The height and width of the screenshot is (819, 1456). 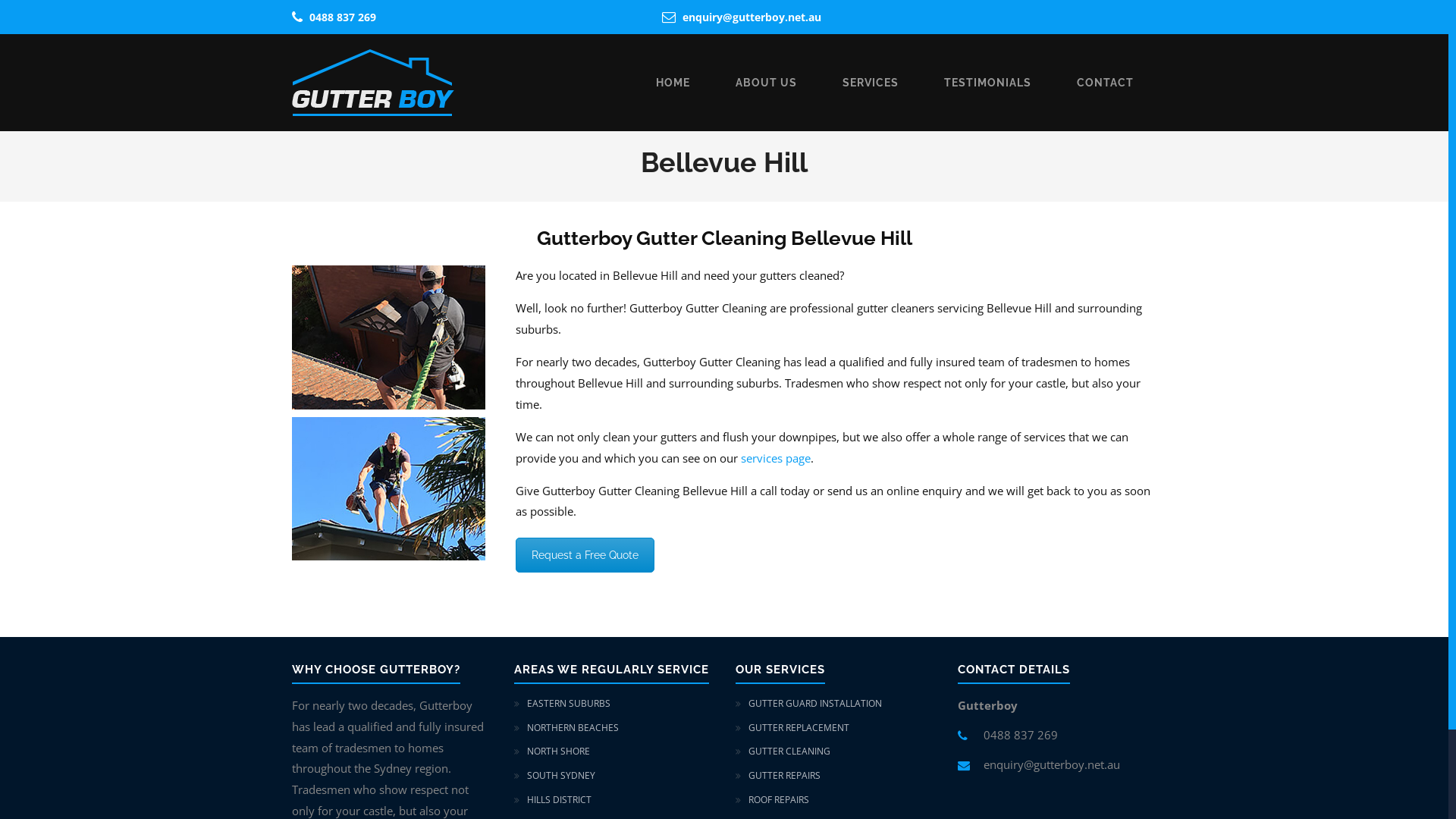 I want to click on 'CONTACT', so click(x=1105, y=83).